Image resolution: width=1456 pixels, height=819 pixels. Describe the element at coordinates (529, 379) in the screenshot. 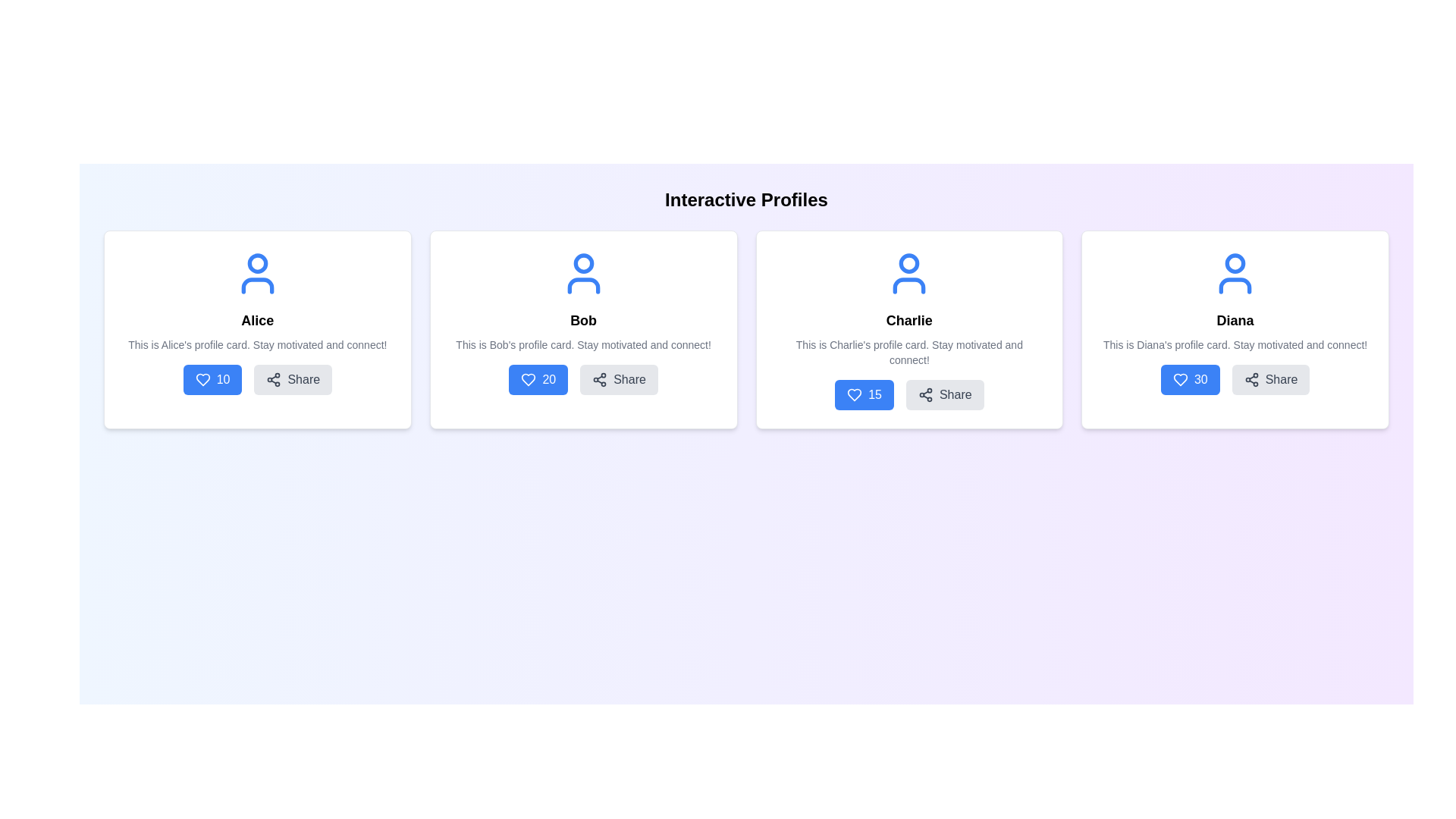

I see `the heart-shaped icon in Bob's profile card` at that location.